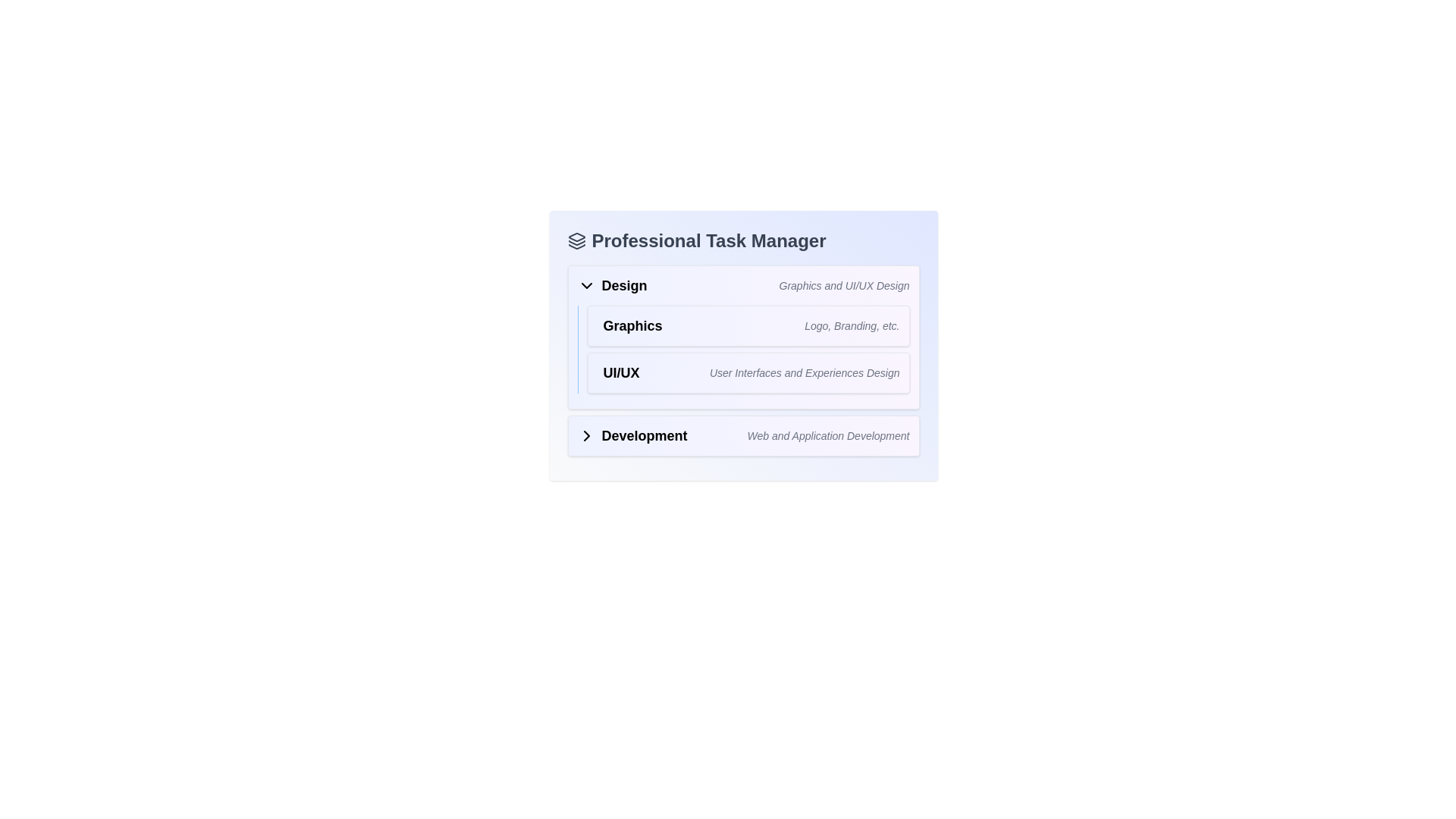 Image resolution: width=1456 pixels, height=819 pixels. Describe the element at coordinates (629, 325) in the screenshot. I see `the first Text label under the 'Design' category` at that location.